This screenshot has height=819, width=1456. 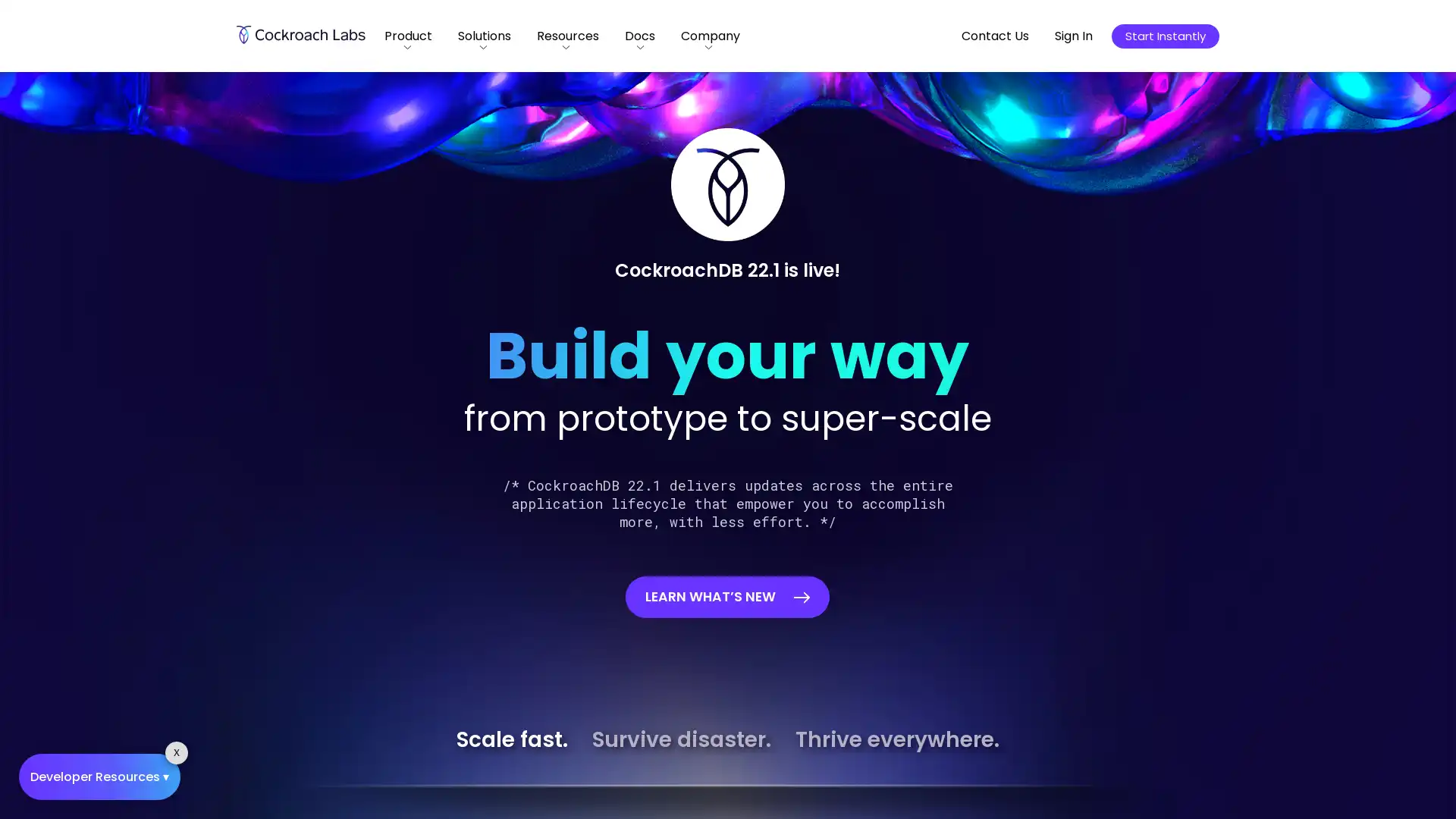 What do you see at coordinates (995, 35) in the screenshot?
I see `Contact Us` at bounding box center [995, 35].